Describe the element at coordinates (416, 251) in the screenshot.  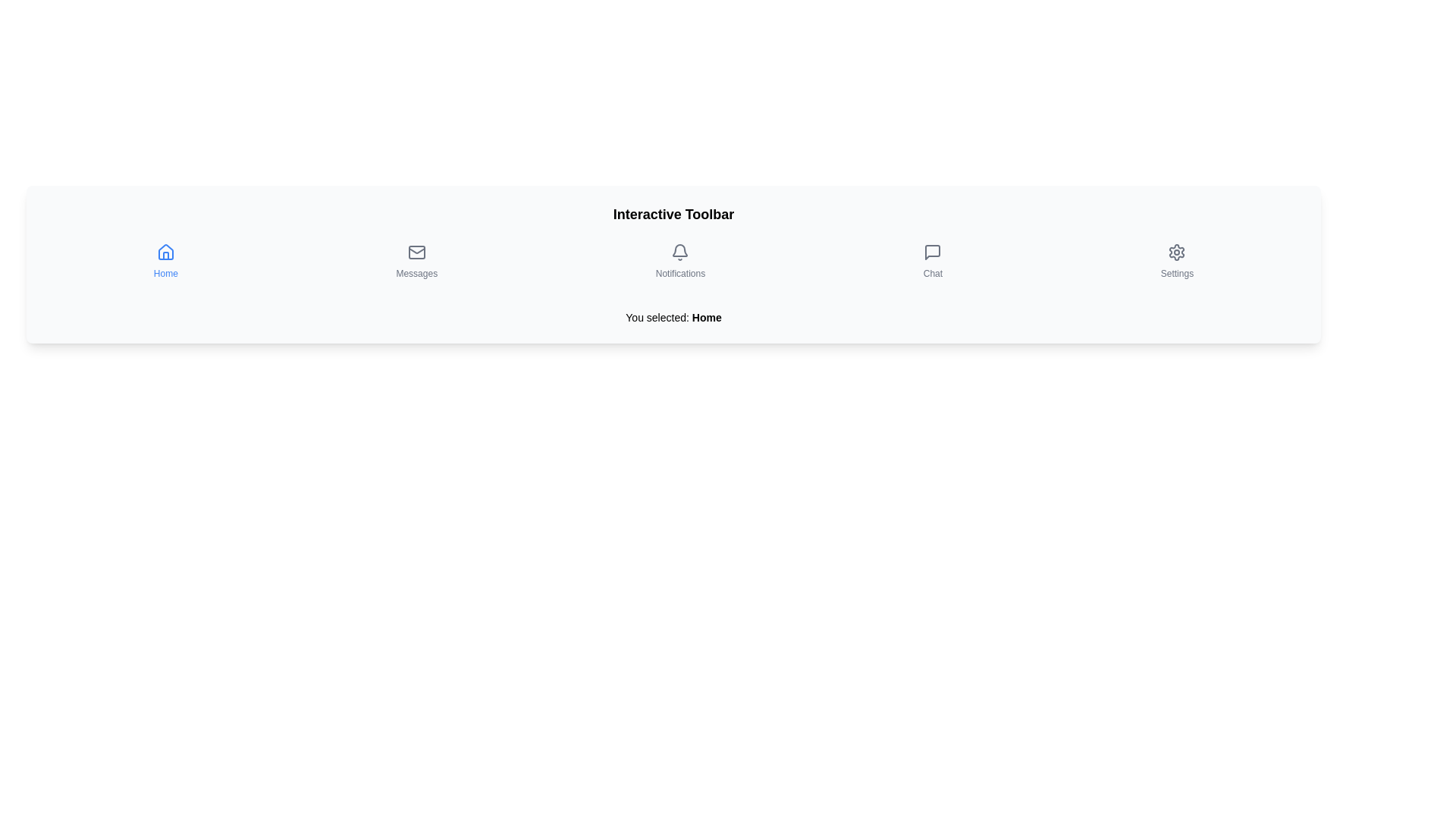
I see `the light gray rectangular shape within the envelope icon that represents 'Messages' in the toolbar, located between the 'Home' and 'Notifications' icons` at that location.